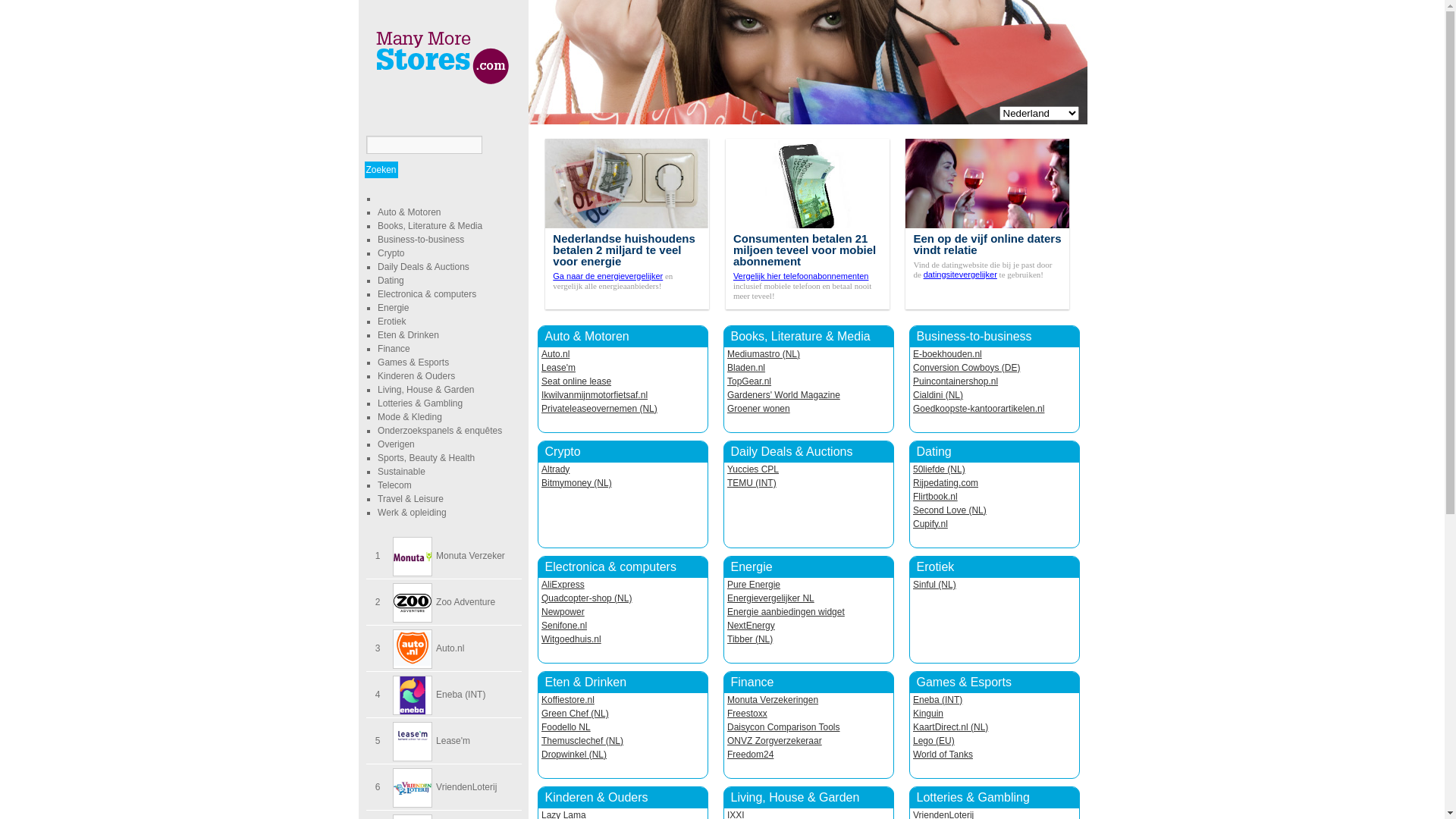 This screenshot has height=819, width=1456. What do you see at coordinates (937, 394) in the screenshot?
I see `'Cialdini (NL)'` at bounding box center [937, 394].